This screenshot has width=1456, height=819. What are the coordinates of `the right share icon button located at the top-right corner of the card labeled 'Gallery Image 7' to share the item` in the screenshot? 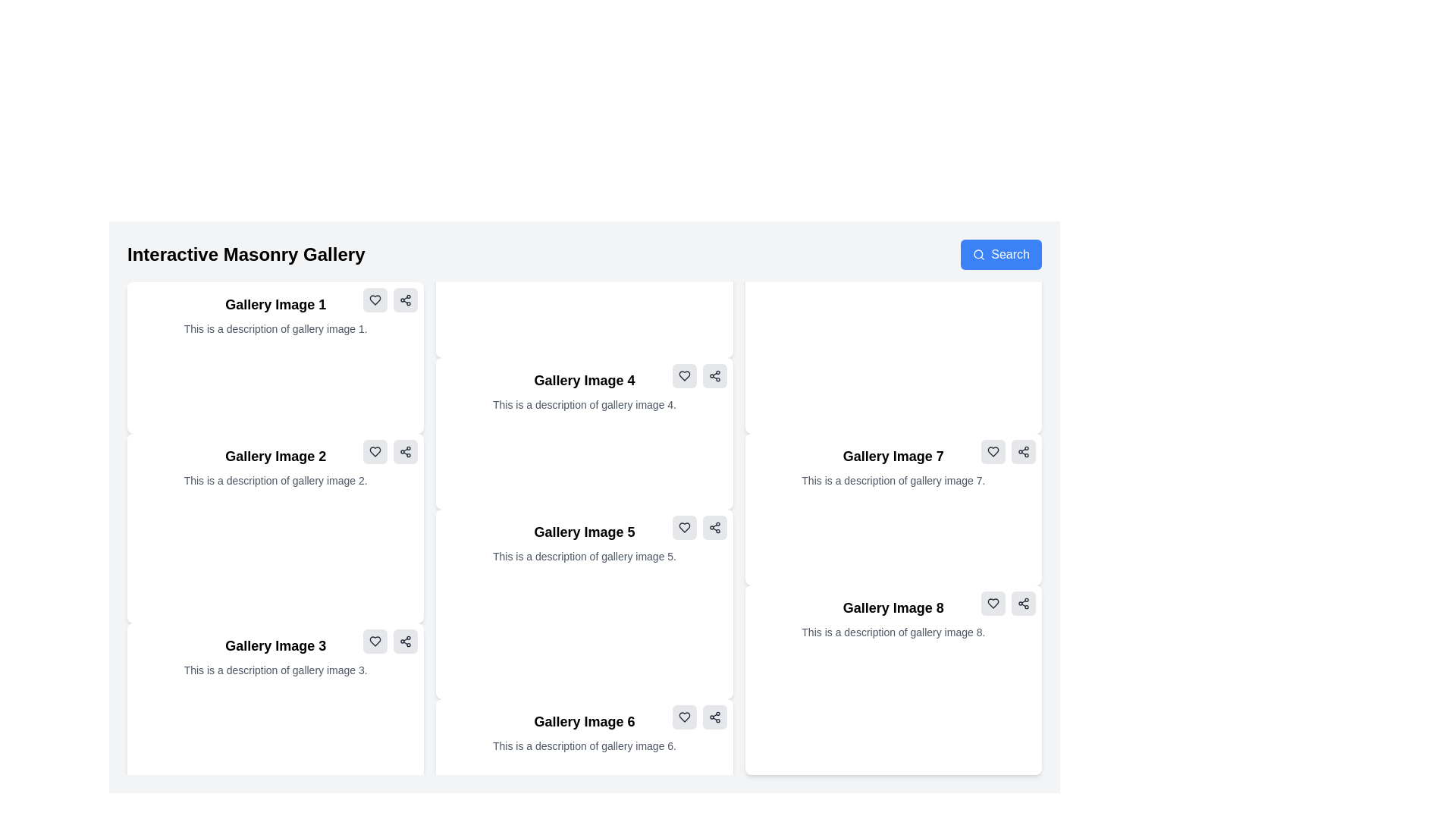 It's located at (1008, 451).